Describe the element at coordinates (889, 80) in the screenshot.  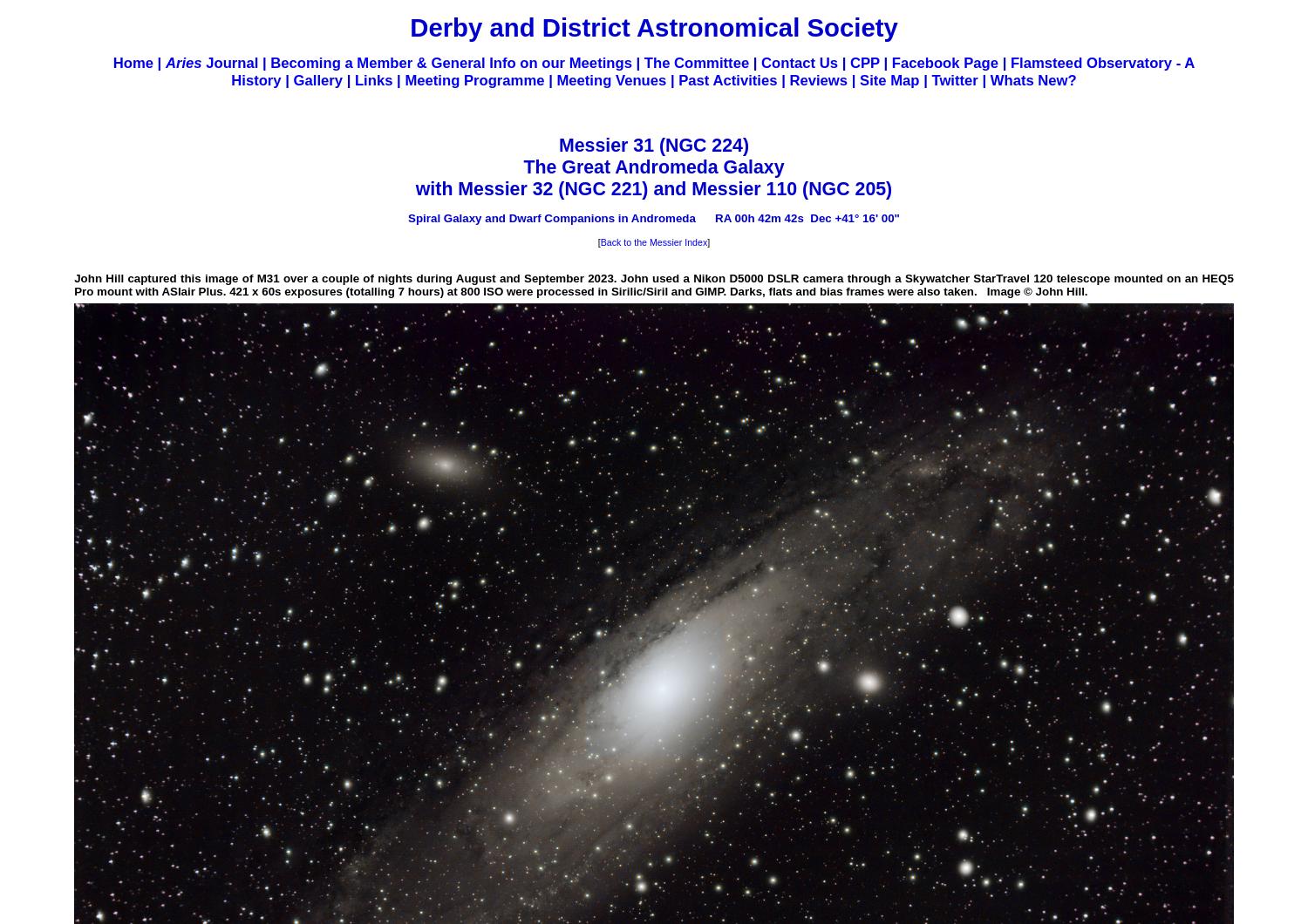
I see `'Site Map'` at that location.